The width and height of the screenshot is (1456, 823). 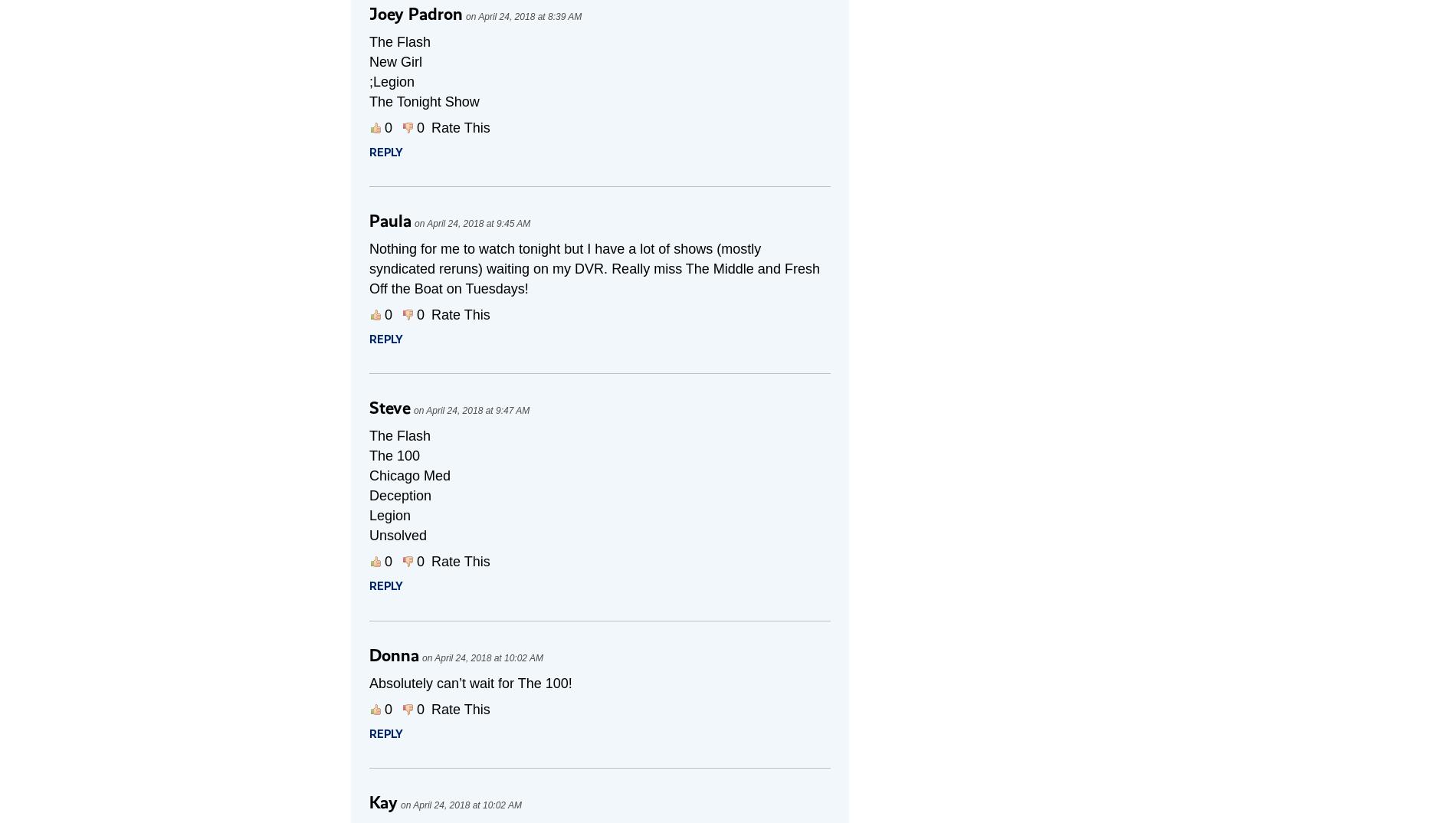 I want to click on 'Unsolved', so click(x=398, y=534).